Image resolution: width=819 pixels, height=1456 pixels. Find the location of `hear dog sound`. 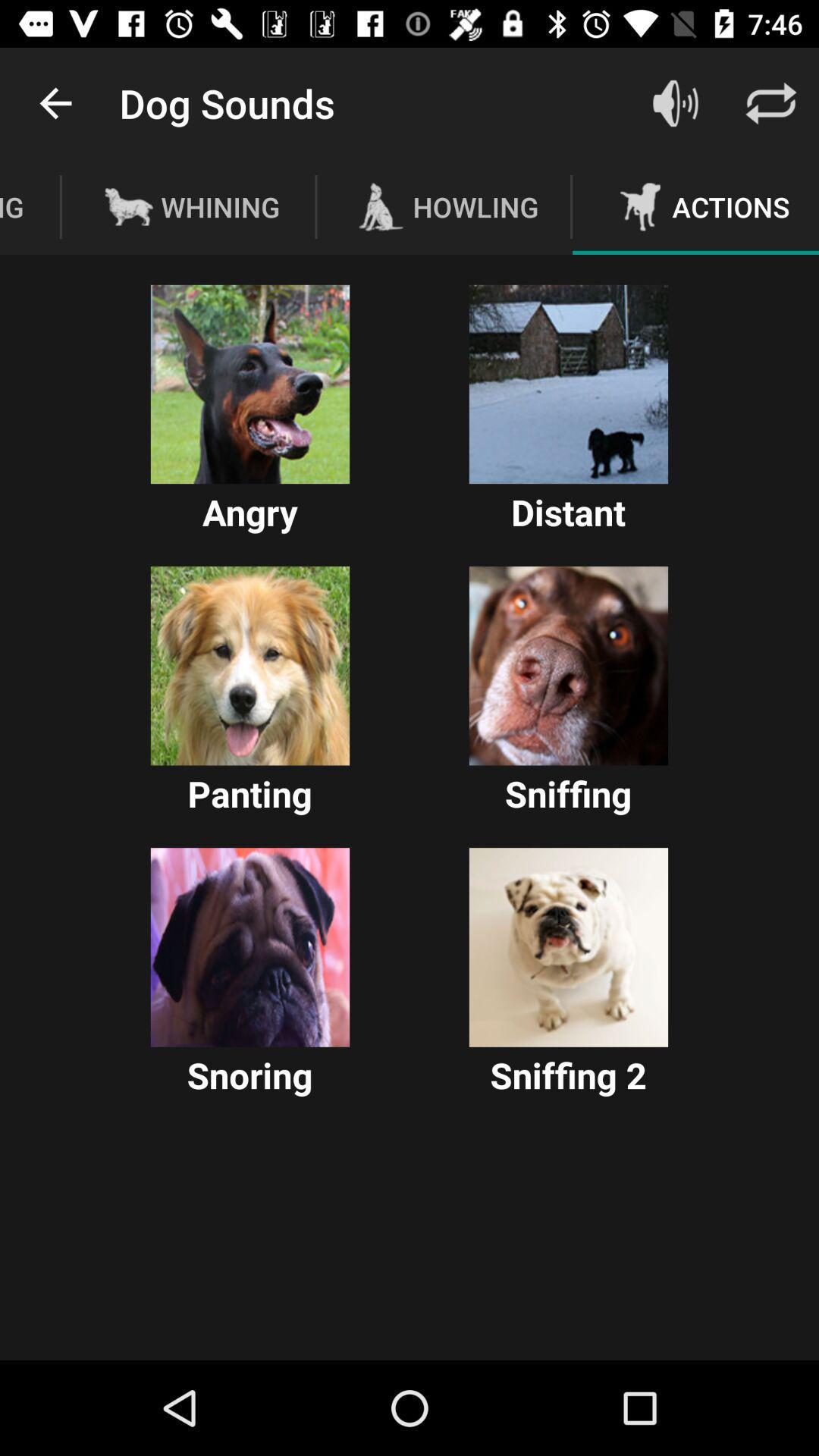

hear dog sound is located at coordinates (568, 666).